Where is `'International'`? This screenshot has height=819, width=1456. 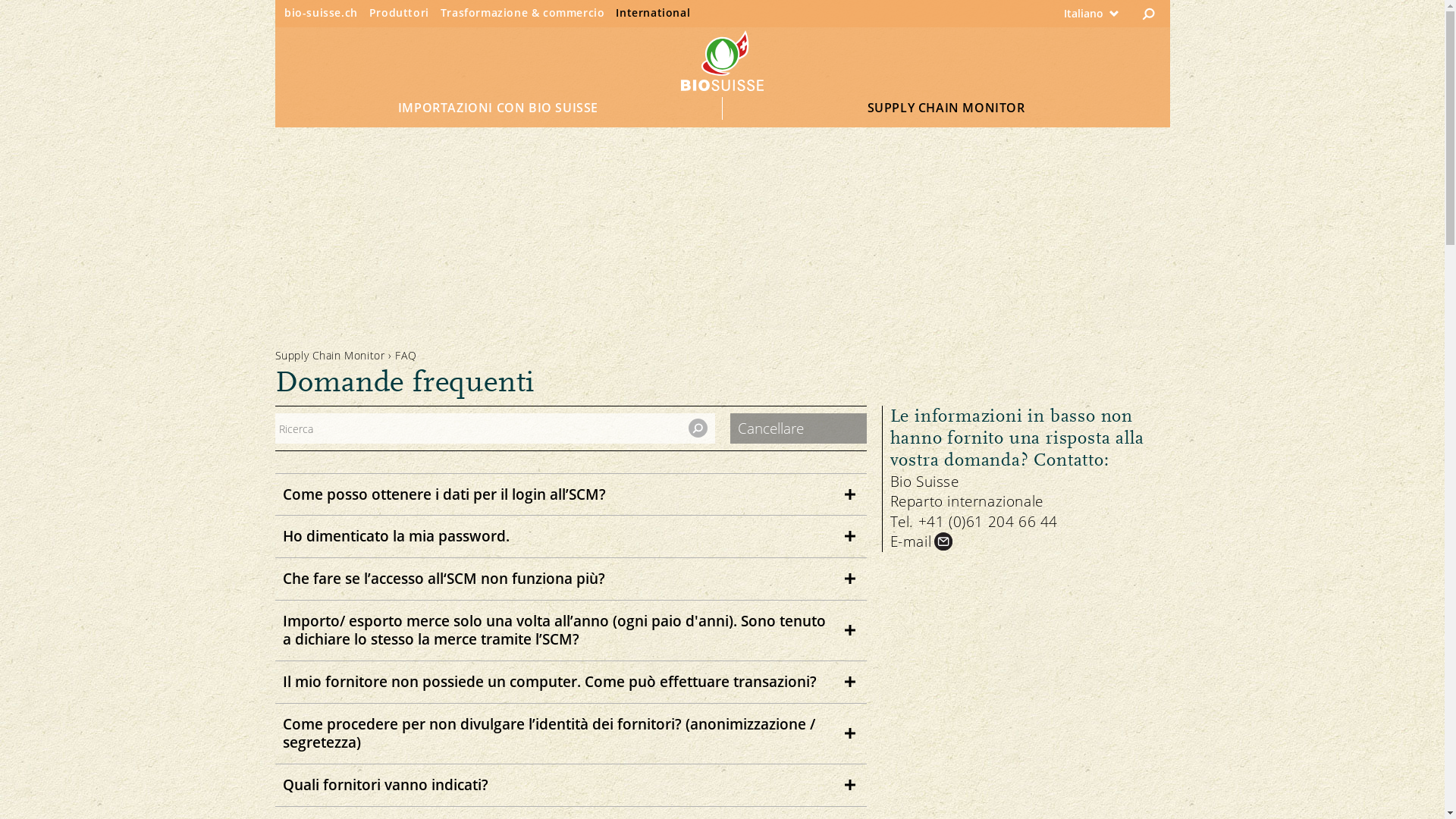
'International' is located at coordinates (652, 12).